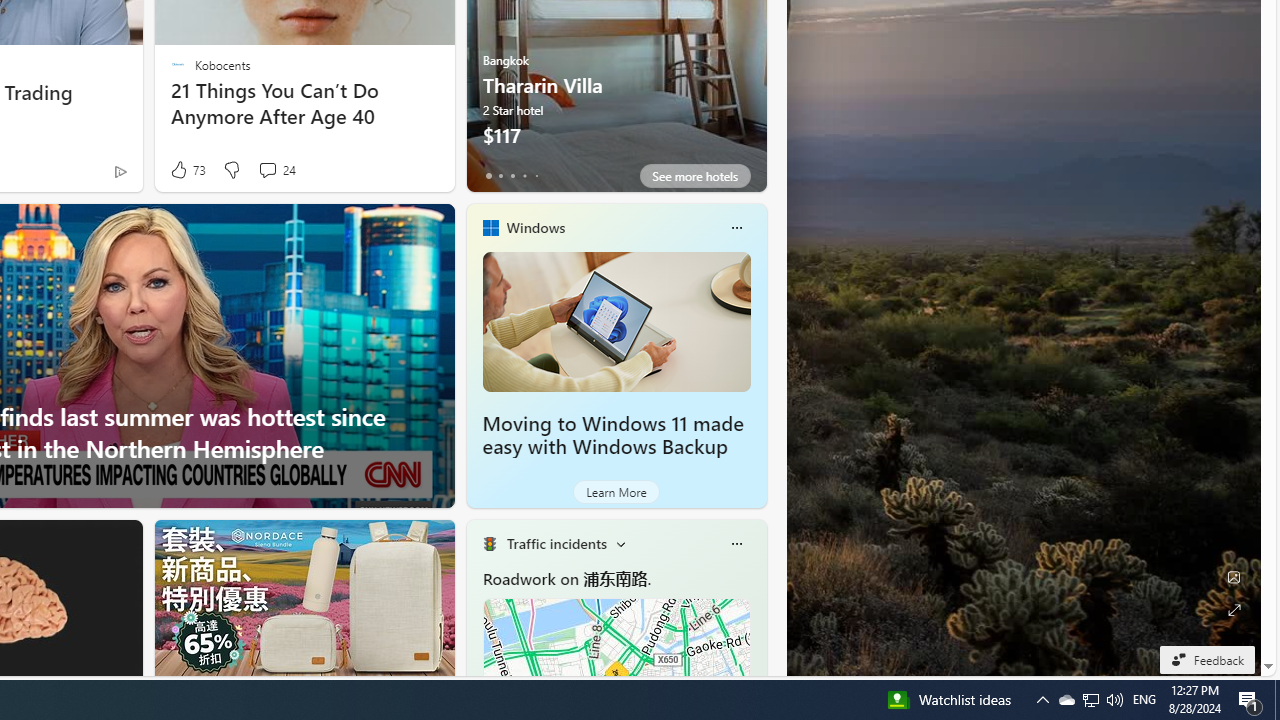 The image size is (1280, 720). I want to click on 'tab-2', so click(512, 175).